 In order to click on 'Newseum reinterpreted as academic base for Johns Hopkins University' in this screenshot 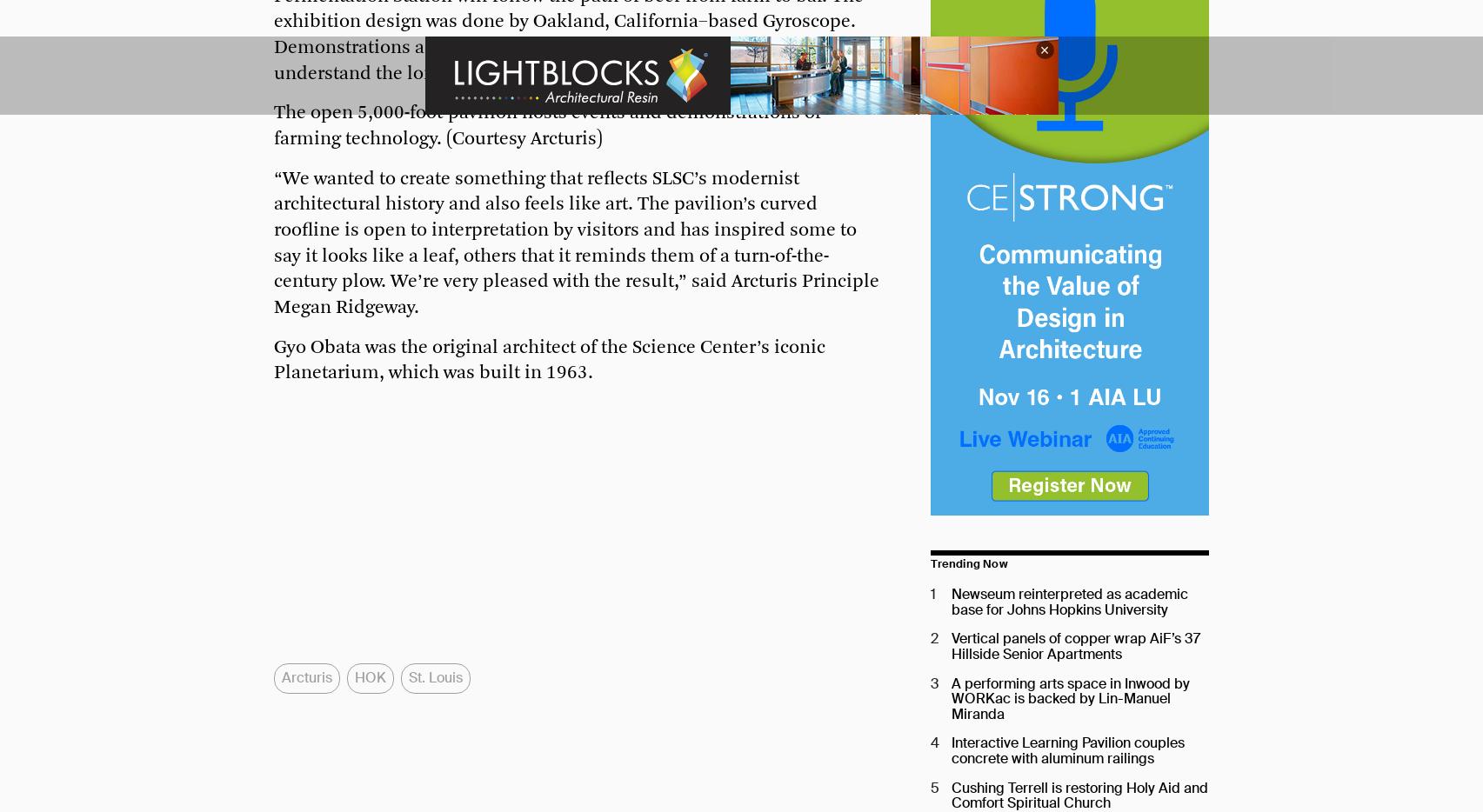, I will do `click(1069, 601)`.